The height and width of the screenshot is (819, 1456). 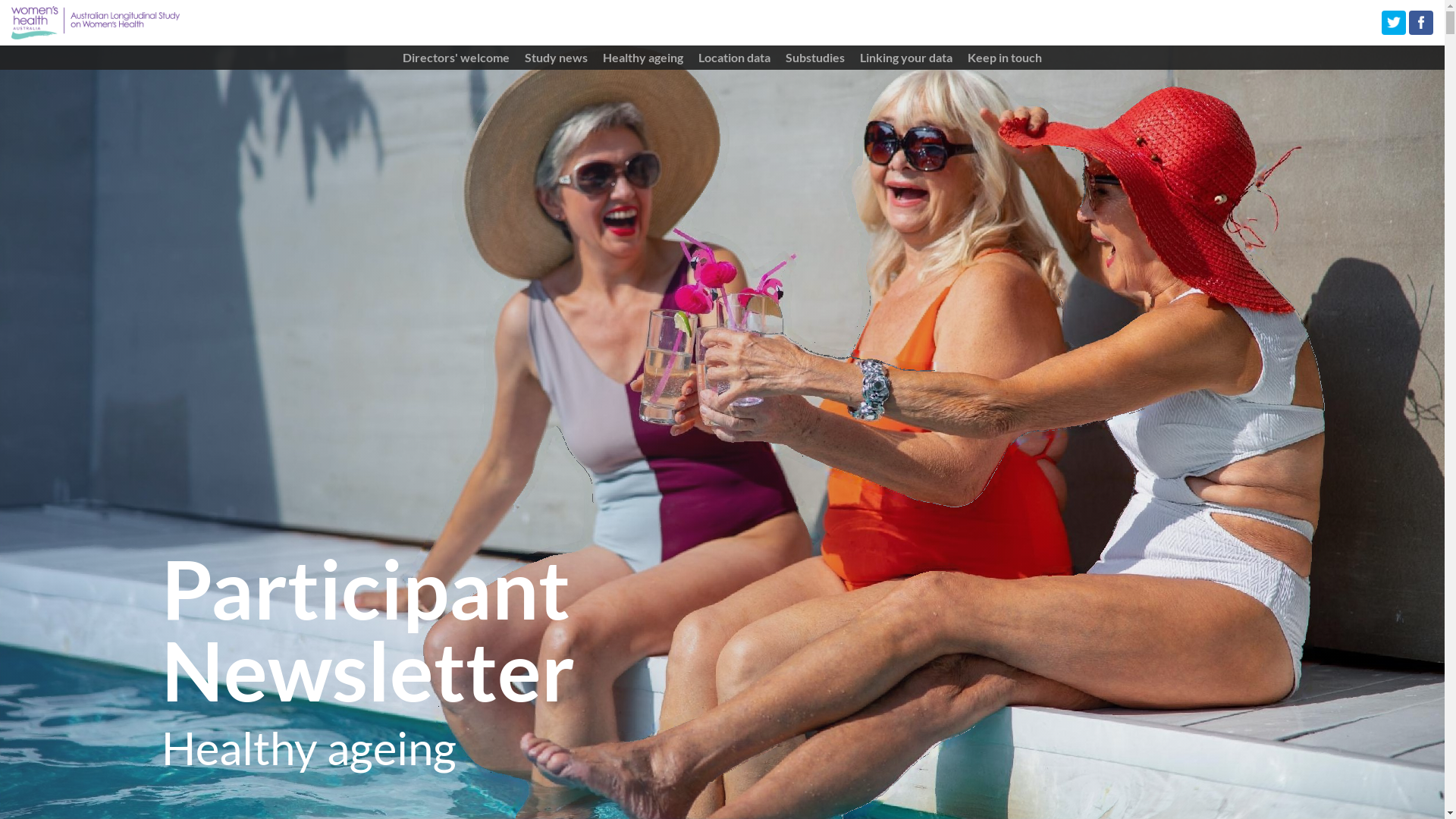 What do you see at coordinates (734, 57) in the screenshot?
I see `'Location data'` at bounding box center [734, 57].